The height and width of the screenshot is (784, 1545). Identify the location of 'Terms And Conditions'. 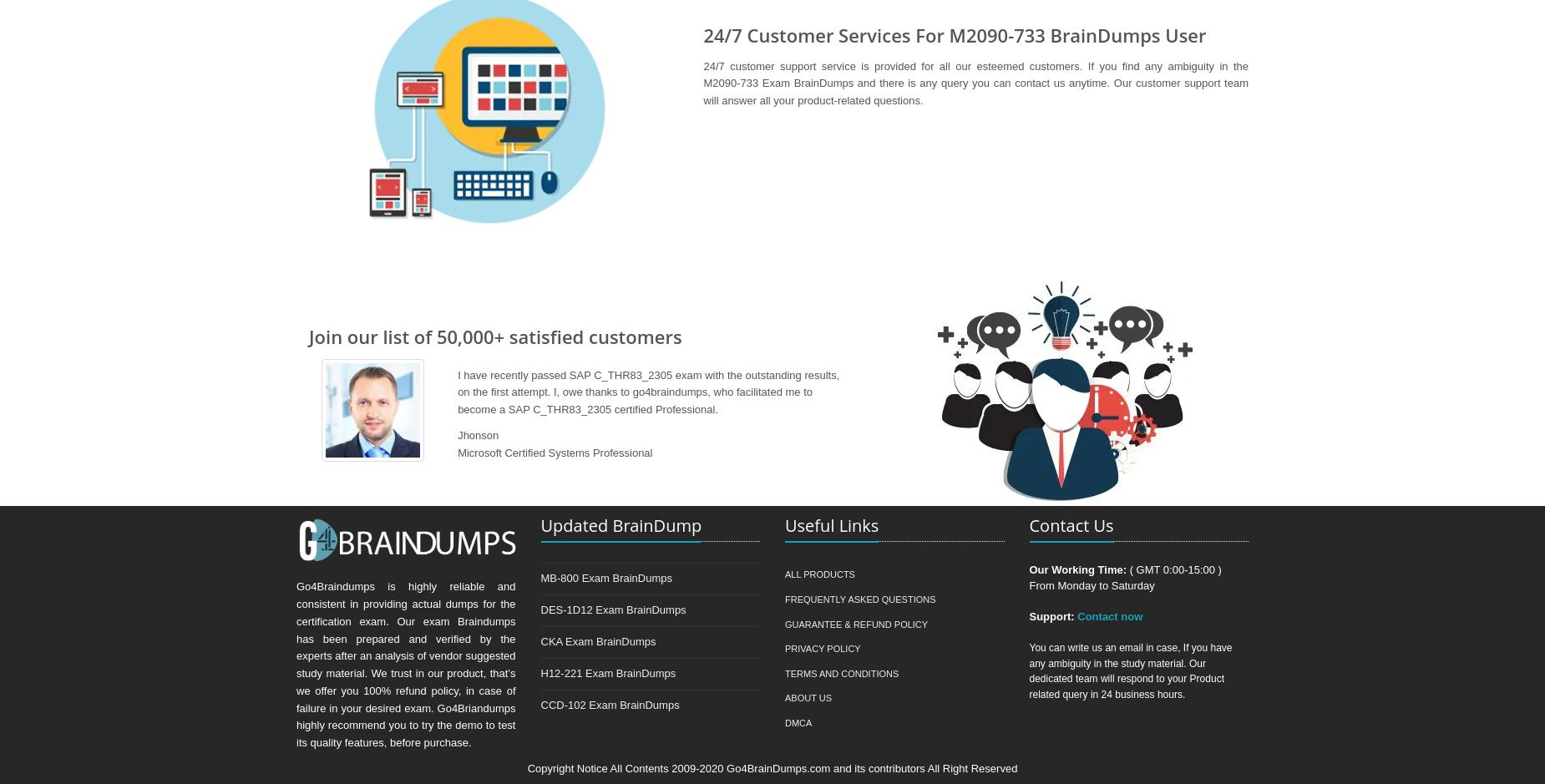
(841, 673).